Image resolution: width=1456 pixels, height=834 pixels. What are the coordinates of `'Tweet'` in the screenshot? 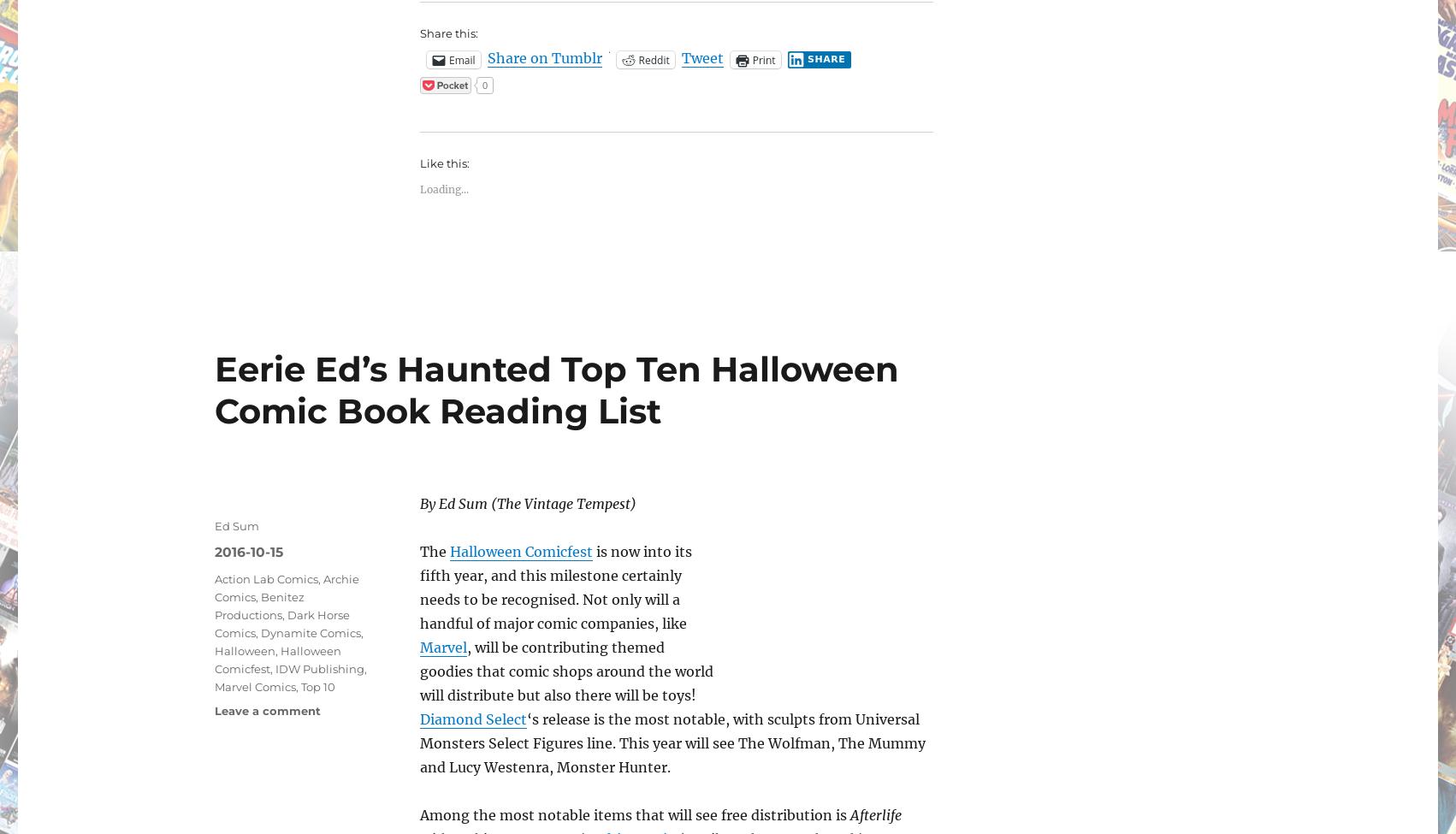 It's located at (701, 57).